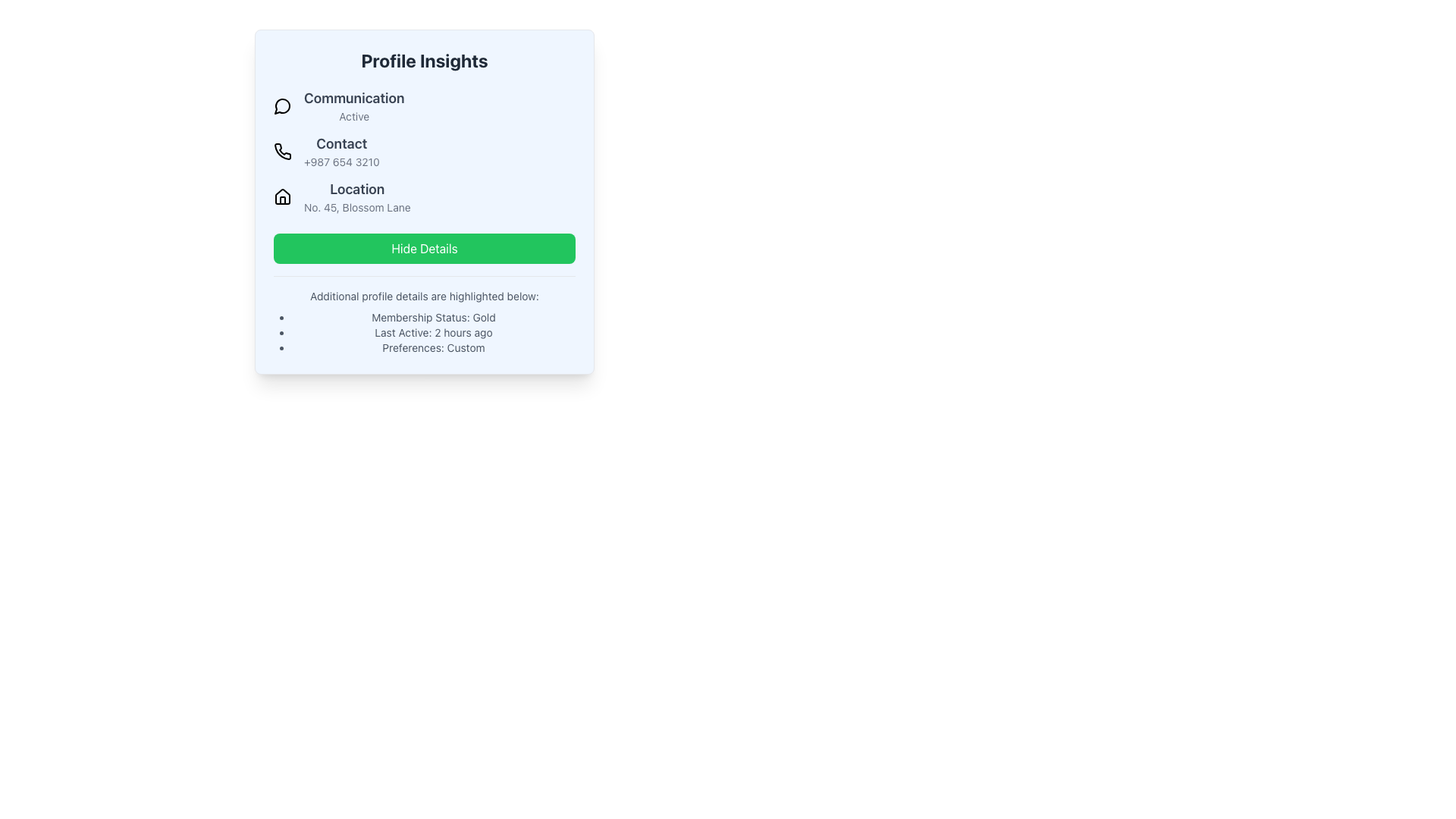 The image size is (1456, 819). What do you see at coordinates (432, 348) in the screenshot?
I see `information displayed in the text label 'Preferences: Custom', which is the third item in the vertical list of profile details` at bounding box center [432, 348].